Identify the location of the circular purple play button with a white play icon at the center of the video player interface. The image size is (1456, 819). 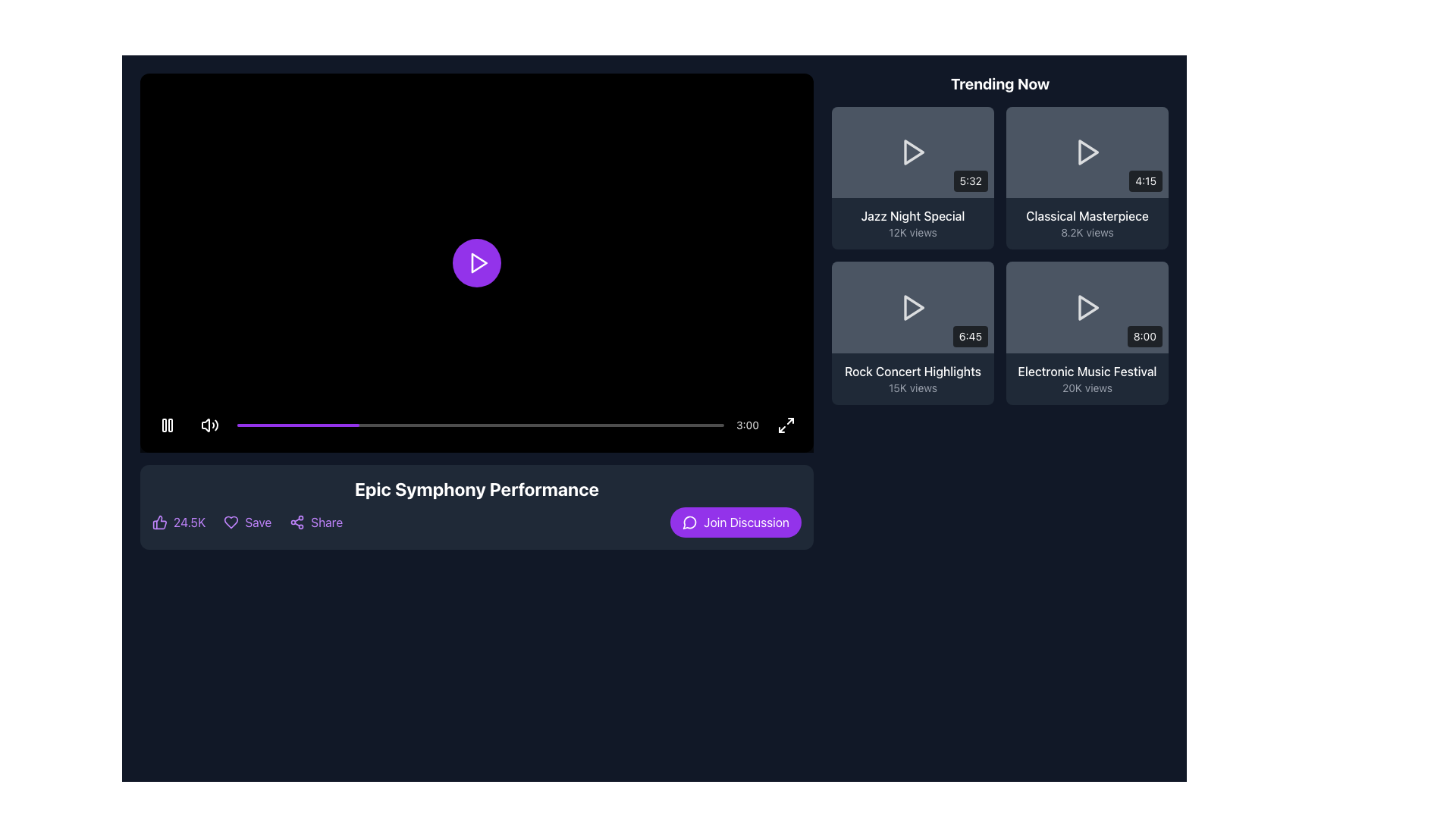
(475, 262).